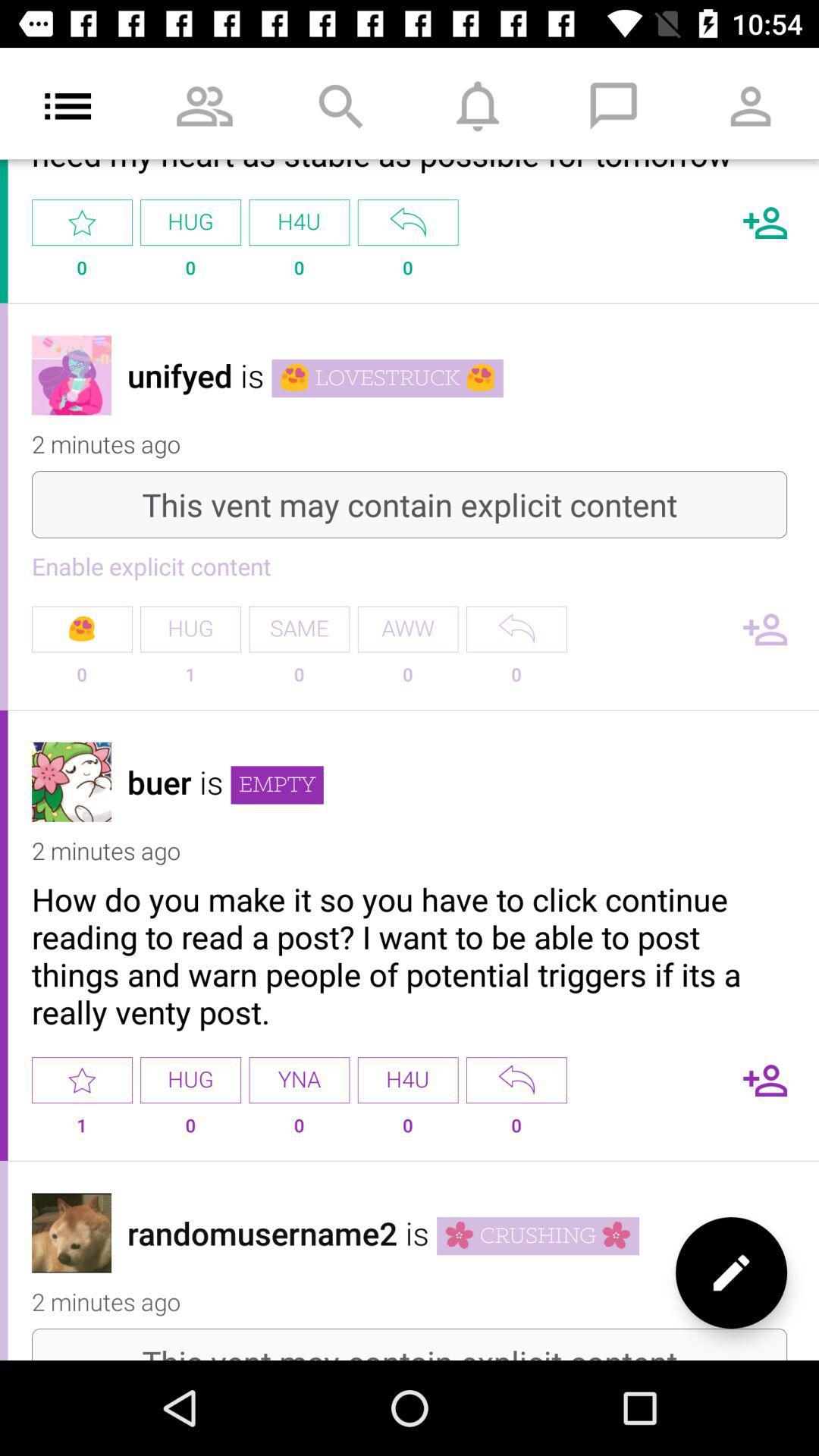  Describe the element at coordinates (516, 1079) in the screenshot. I see `the item to the right of the h4u app` at that location.